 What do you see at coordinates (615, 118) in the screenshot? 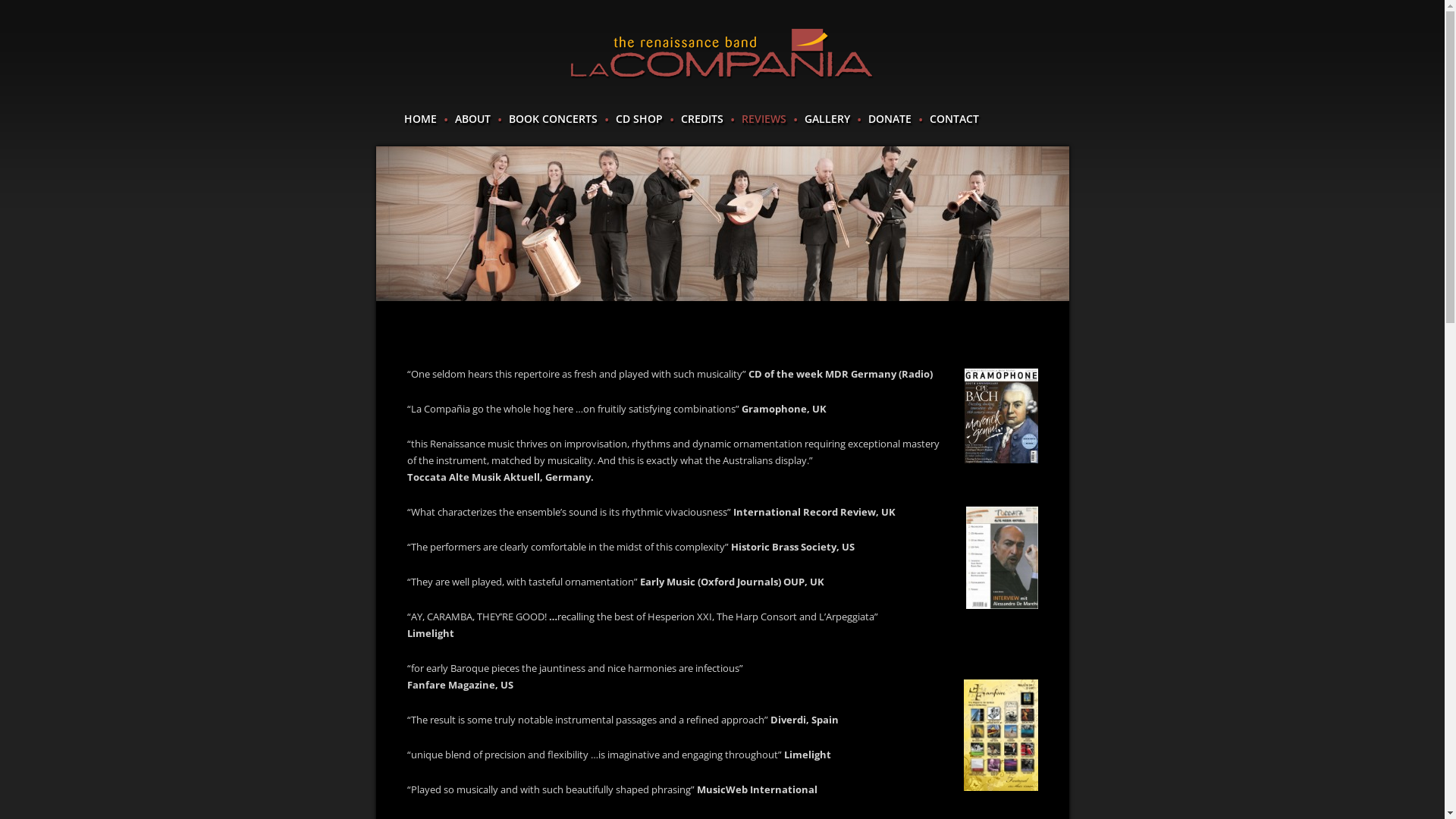
I see `'CD SHOP'` at bounding box center [615, 118].